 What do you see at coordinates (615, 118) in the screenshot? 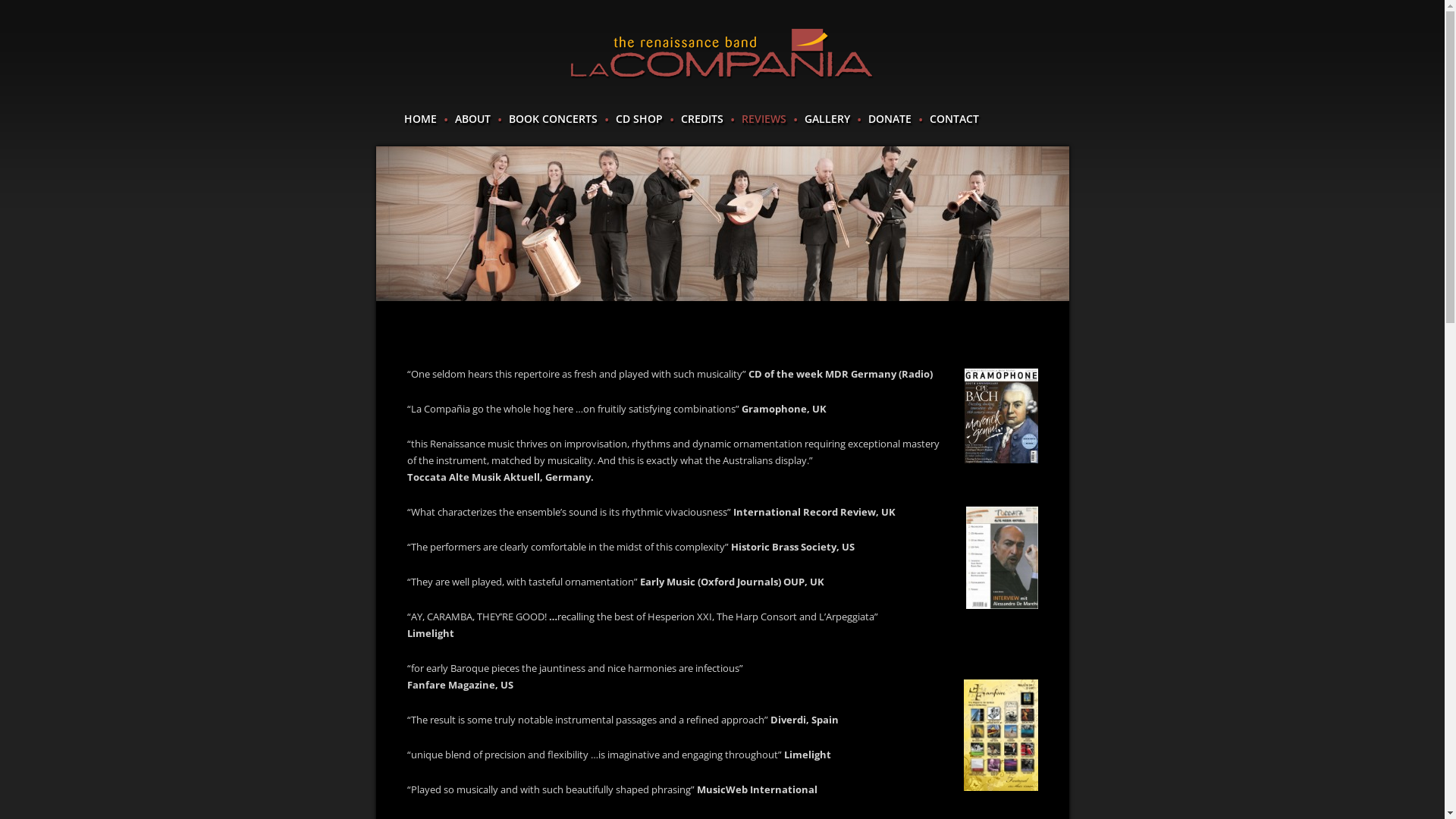
I see `'CD SHOP'` at bounding box center [615, 118].